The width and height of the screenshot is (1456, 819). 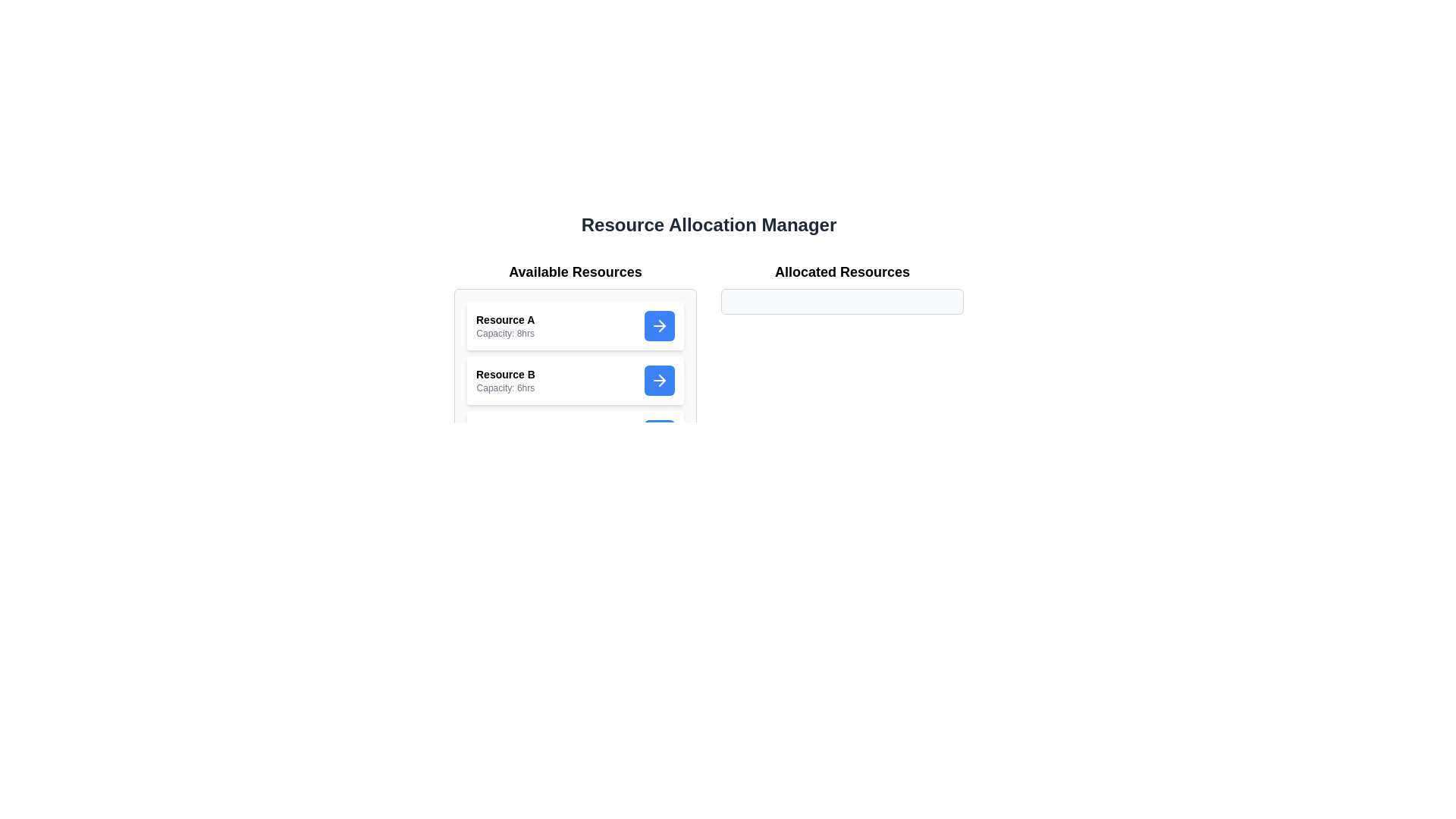 What do you see at coordinates (659, 379) in the screenshot?
I see `allocate button for Resource B to allocate the resource` at bounding box center [659, 379].